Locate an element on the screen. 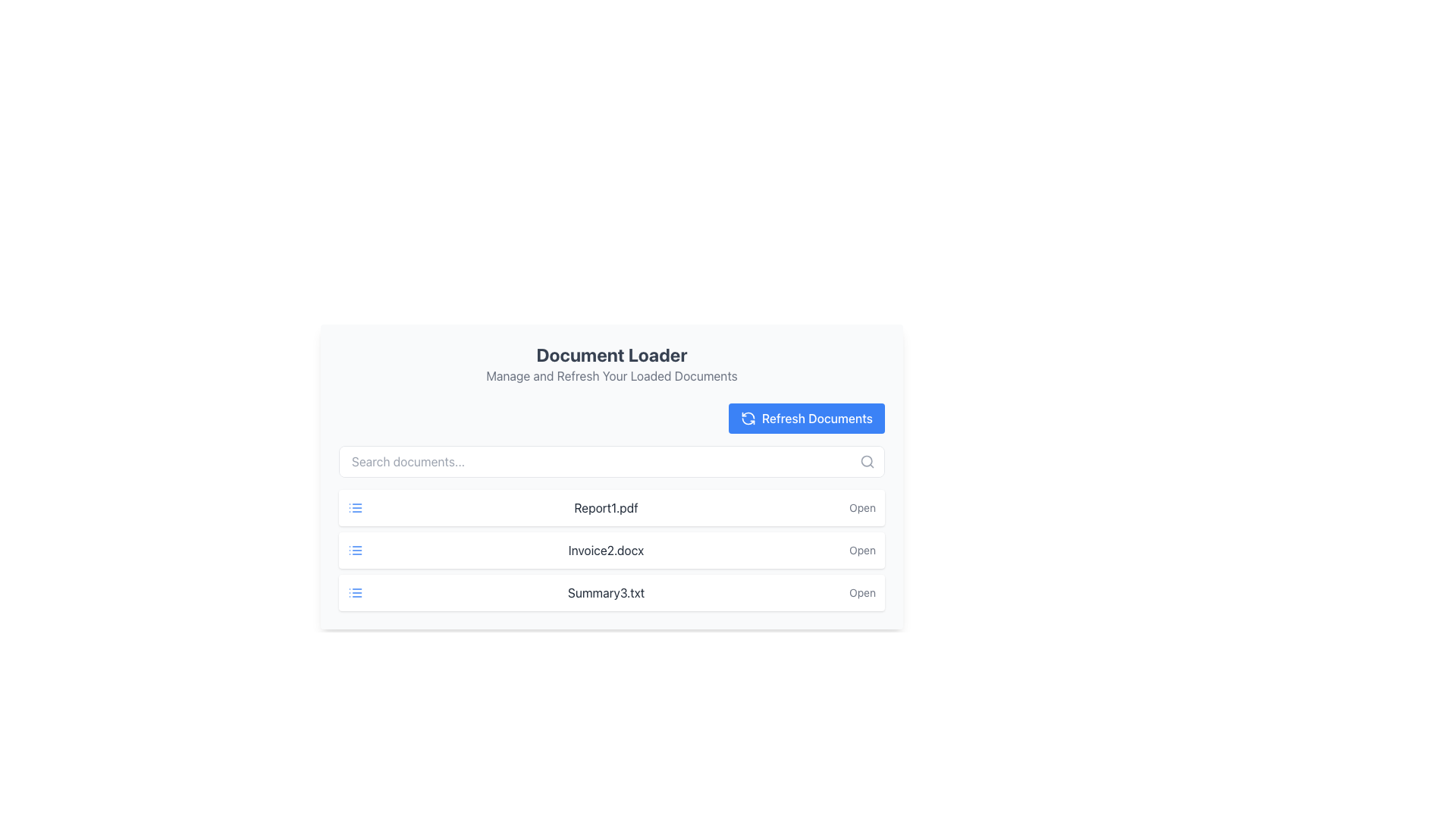  the top-left arc segment of the circular arrow icon used for refresh functionality, which is styled with a thin, black line and rounded ends is located at coordinates (748, 416).